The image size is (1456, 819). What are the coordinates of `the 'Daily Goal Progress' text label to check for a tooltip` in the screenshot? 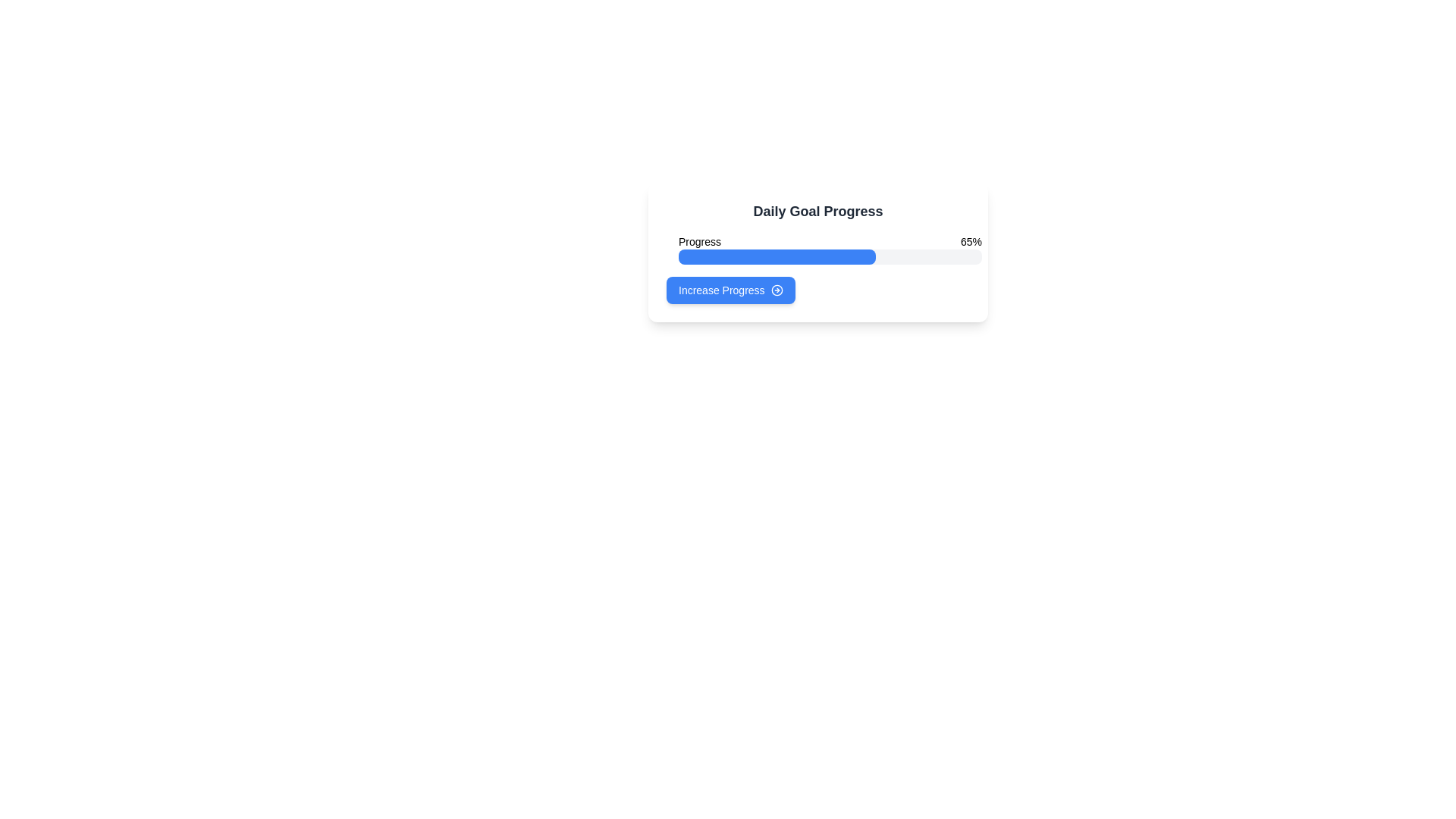 It's located at (817, 211).